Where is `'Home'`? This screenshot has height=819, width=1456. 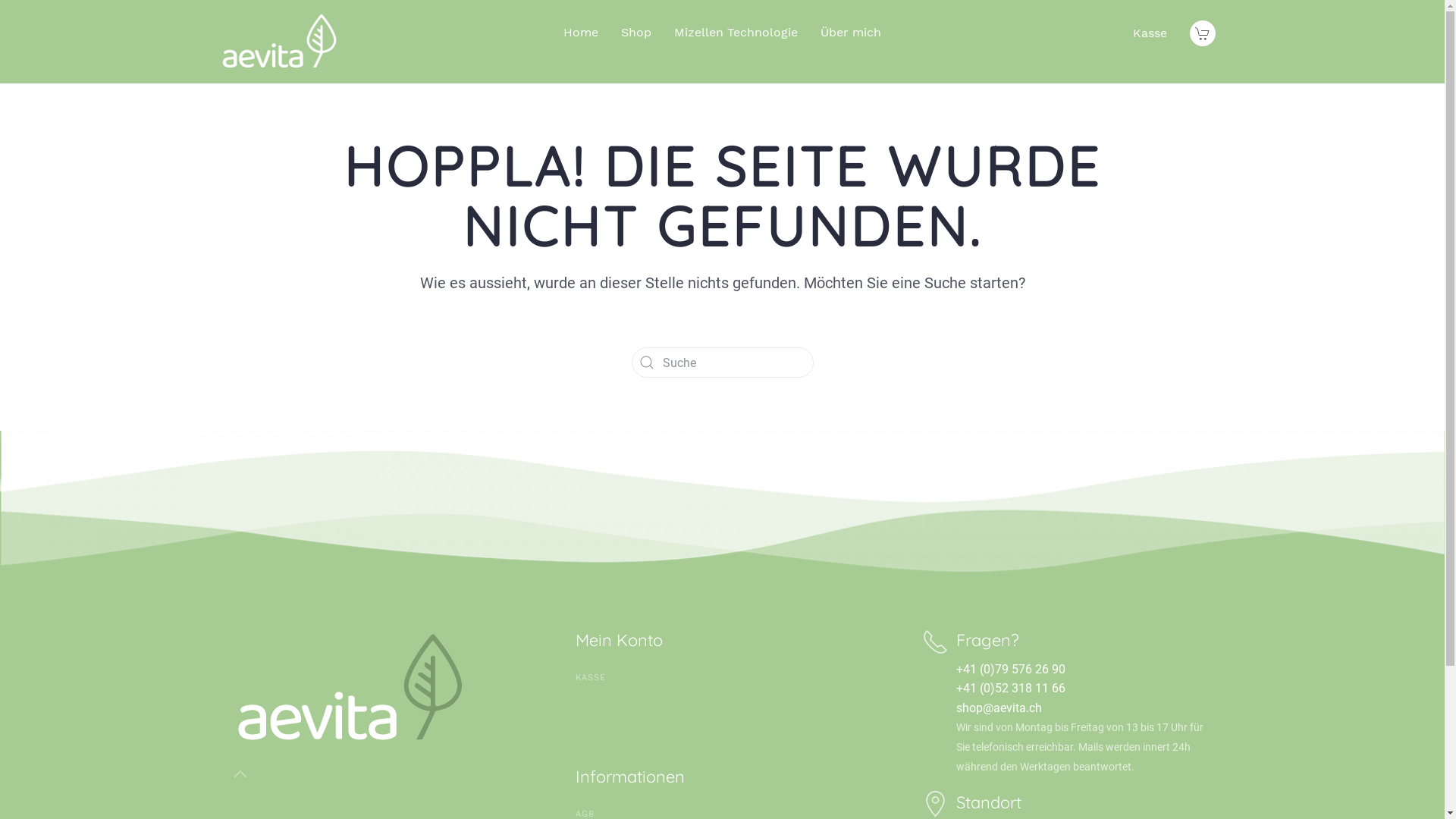 'Home' is located at coordinates (580, 32).